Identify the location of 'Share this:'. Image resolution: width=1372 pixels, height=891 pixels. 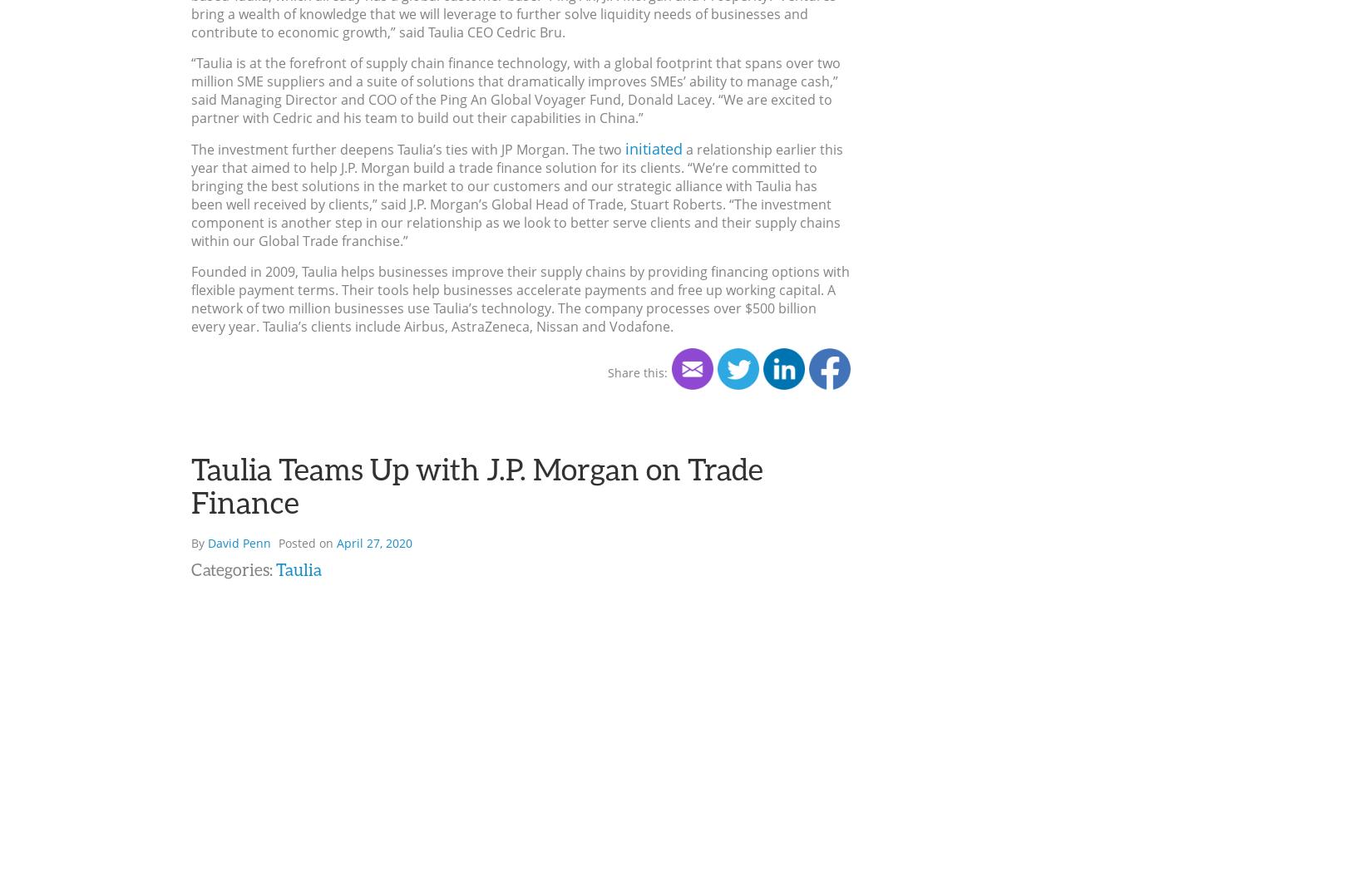
(636, 372).